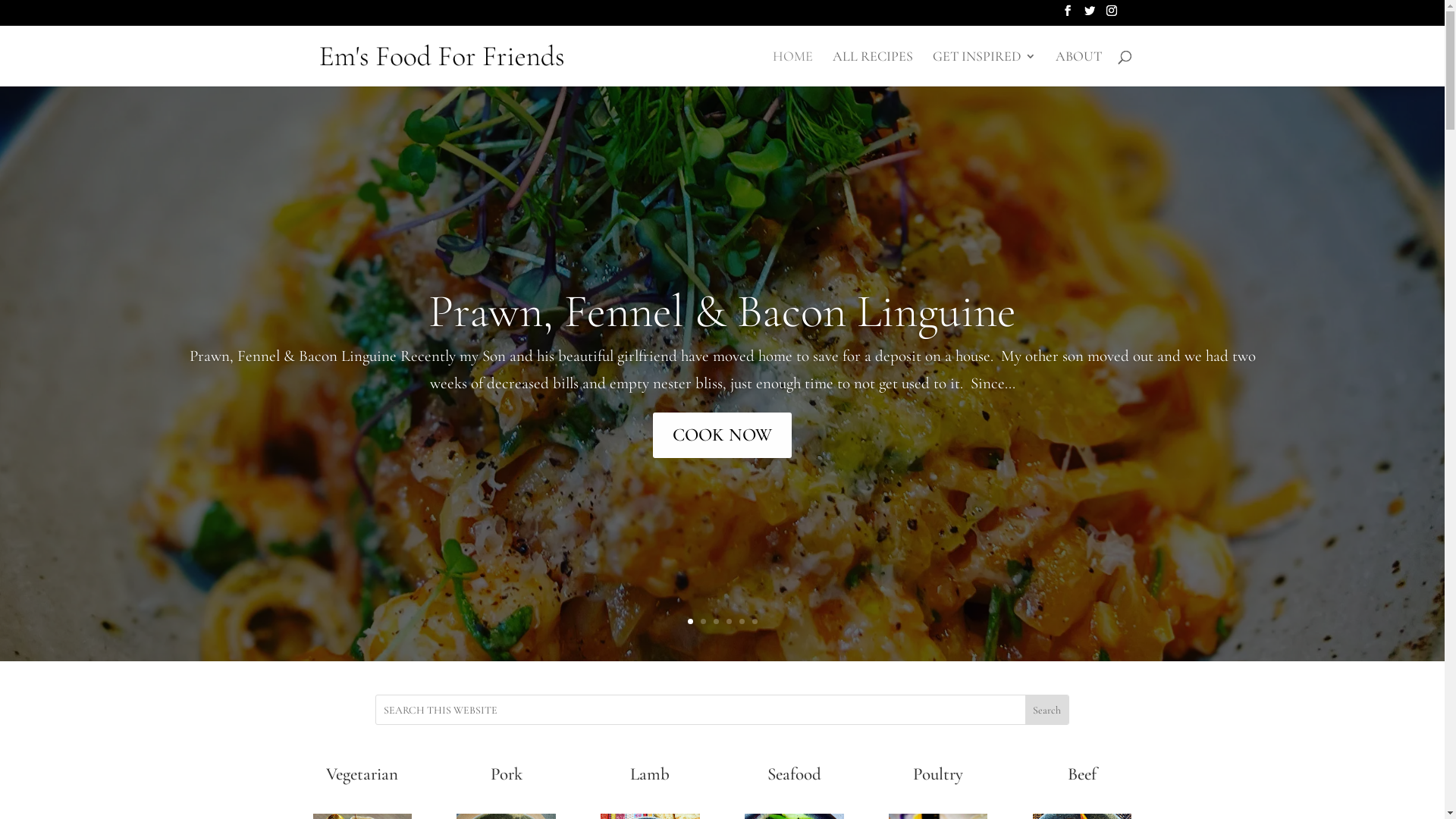 The height and width of the screenshot is (819, 1456). I want to click on 'Search', so click(1046, 710).